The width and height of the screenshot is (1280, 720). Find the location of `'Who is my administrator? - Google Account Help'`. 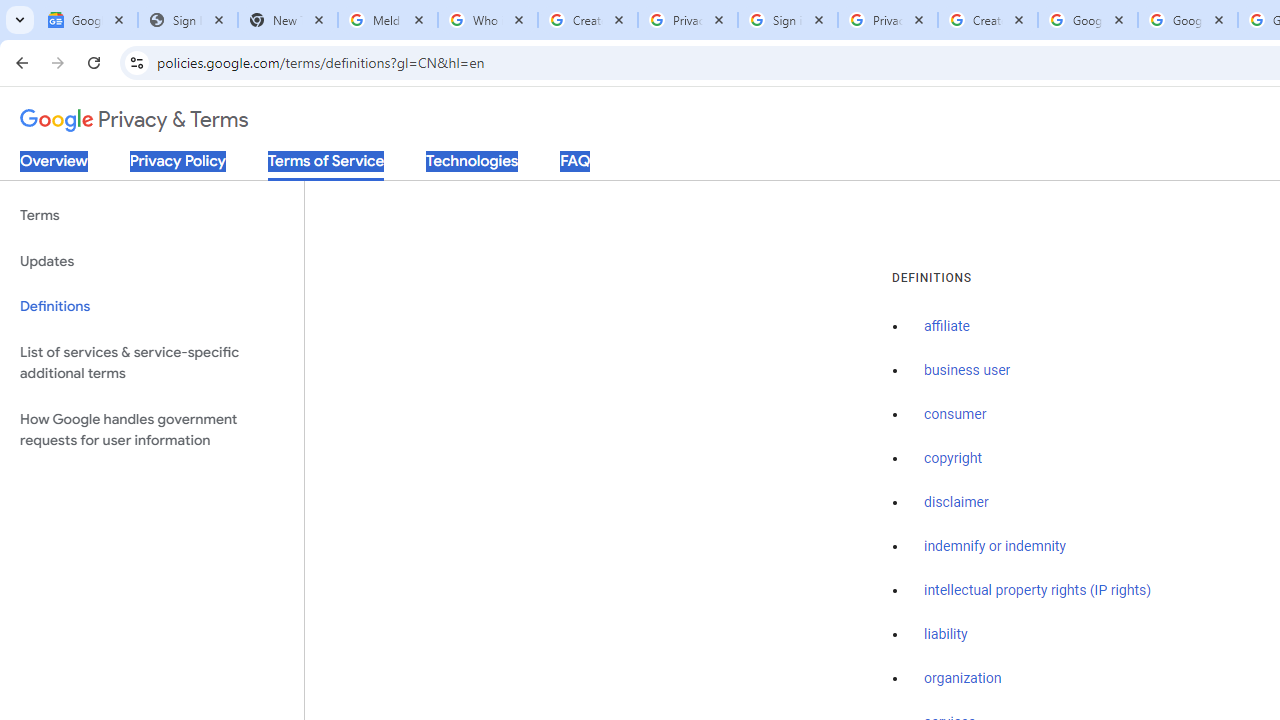

'Who is my administrator? - Google Account Help' is located at coordinates (487, 20).